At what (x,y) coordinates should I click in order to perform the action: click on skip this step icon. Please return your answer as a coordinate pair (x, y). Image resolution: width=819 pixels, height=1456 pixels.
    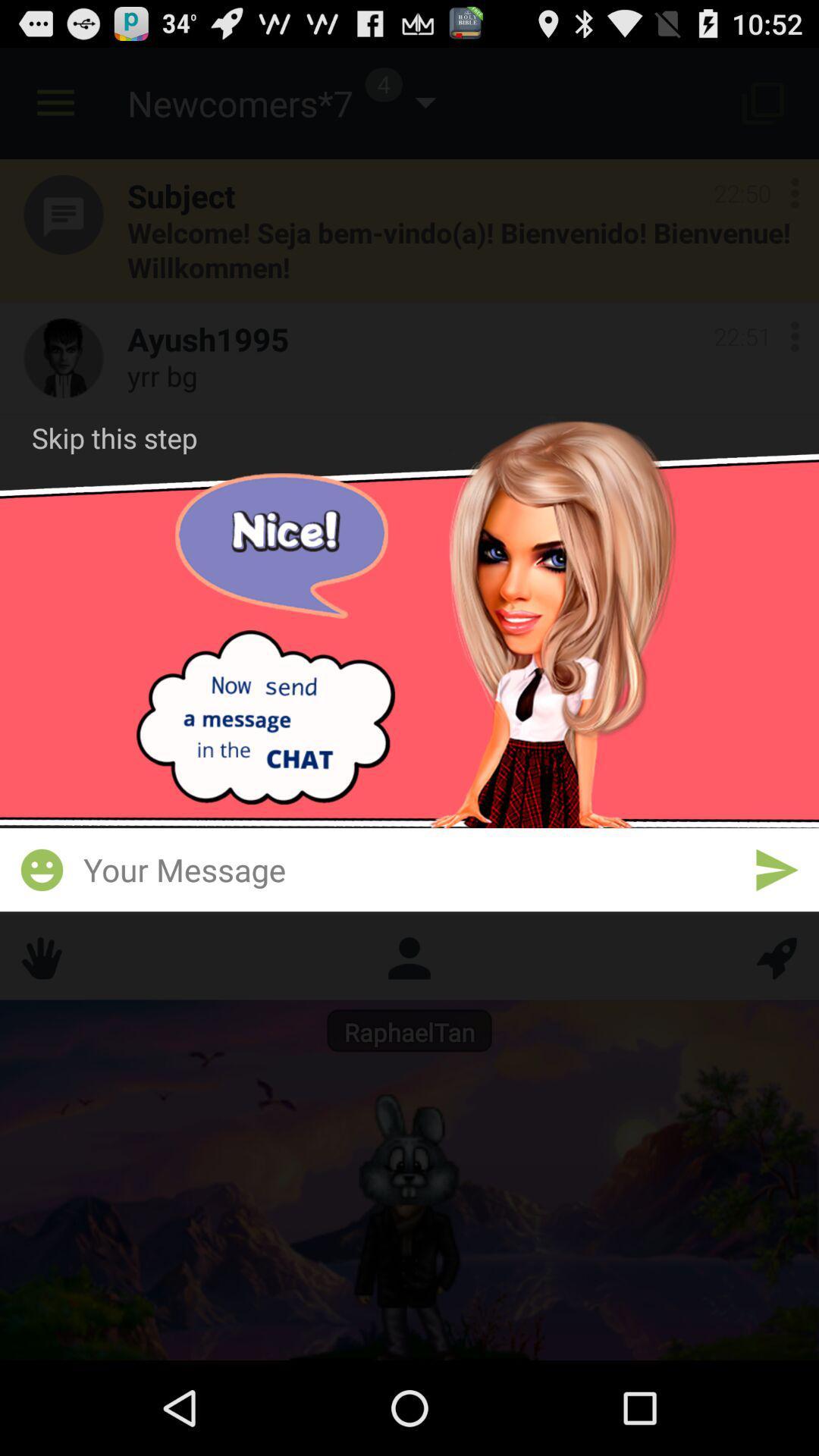
    Looking at the image, I should click on (114, 437).